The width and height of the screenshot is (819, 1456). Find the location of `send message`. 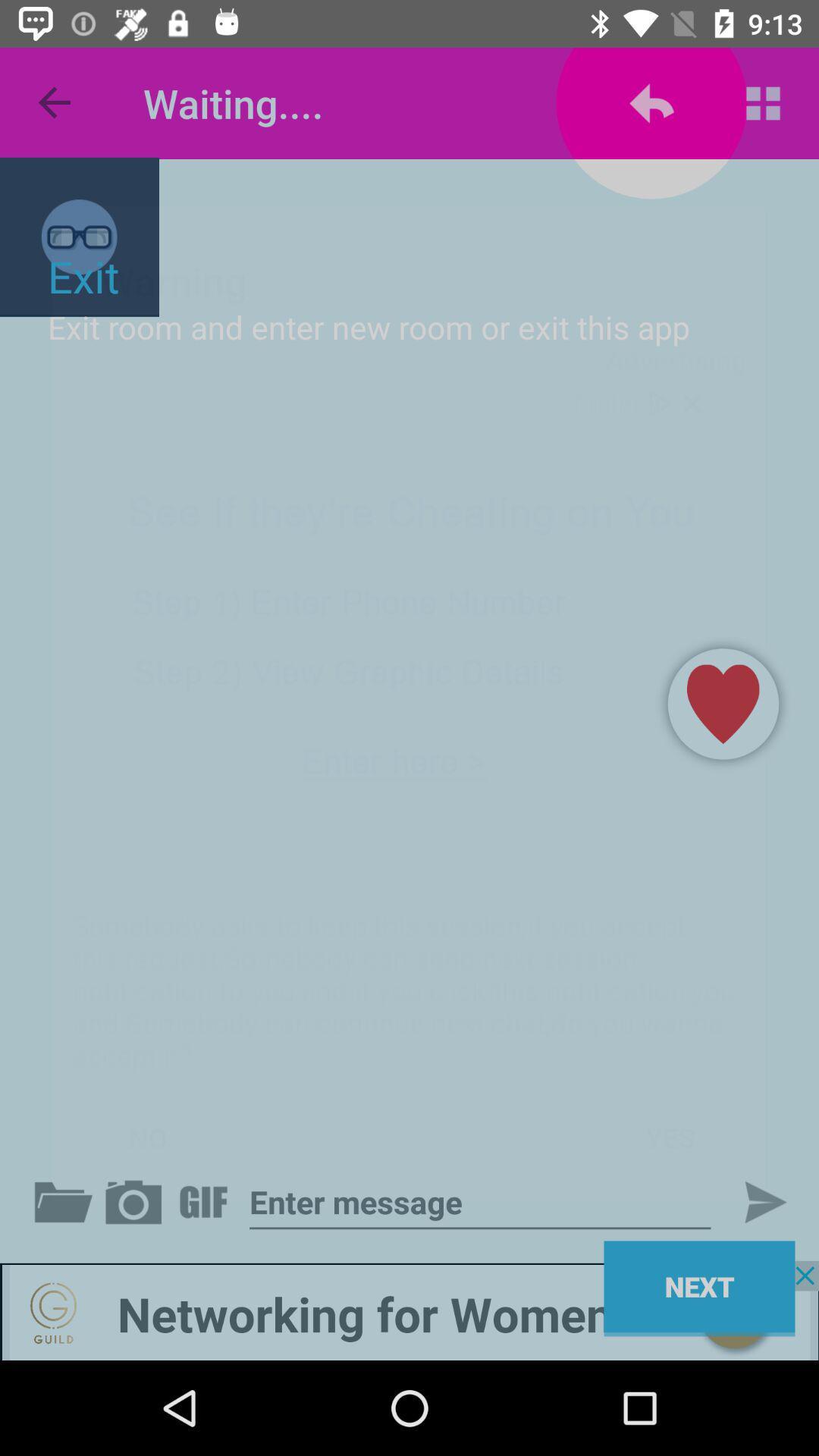

send message is located at coordinates (752, 1201).